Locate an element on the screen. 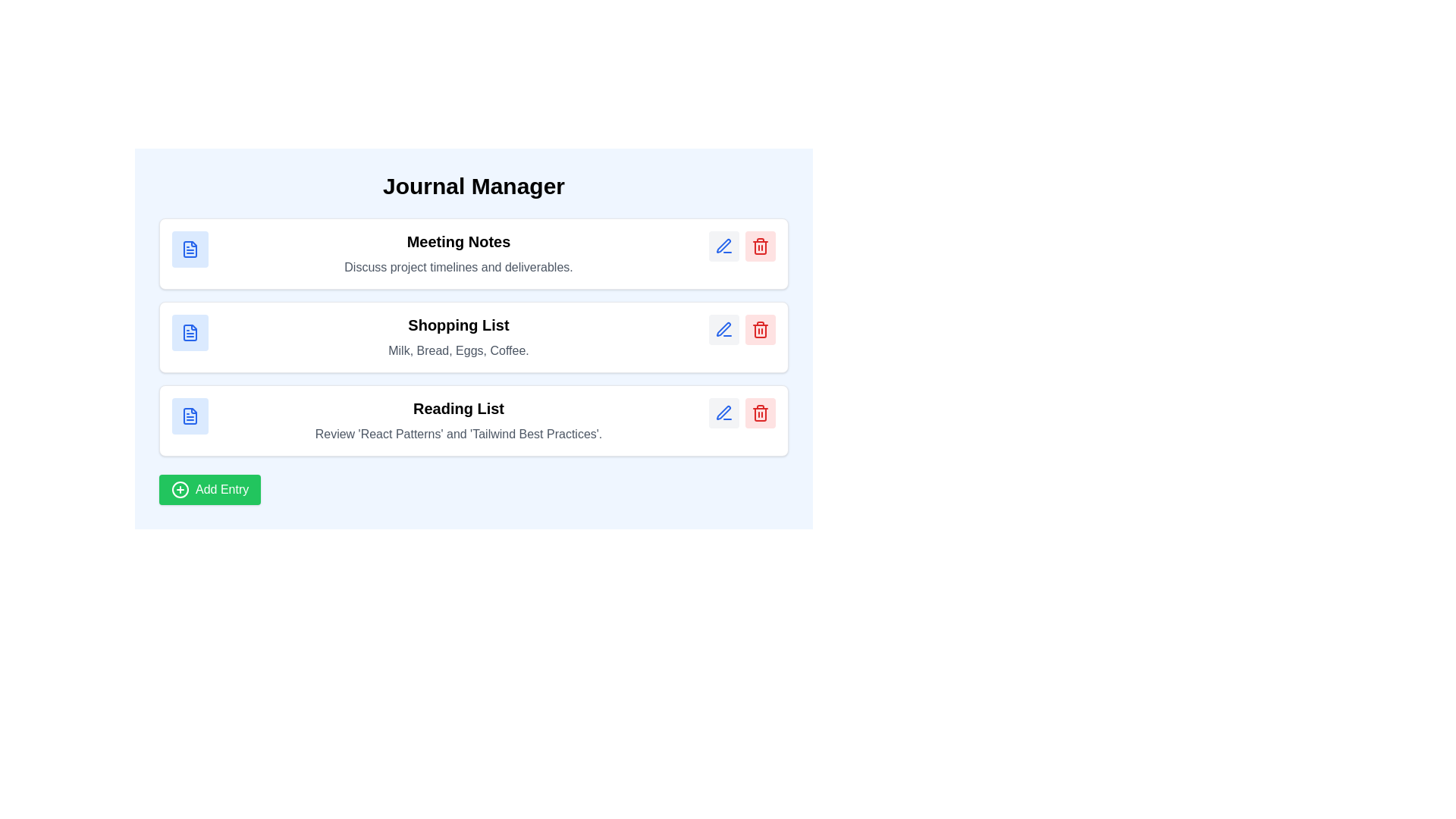 This screenshot has width=1456, height=819. the text block displaying the title and brief description of the first journal entry in the vertical list of cards, specifically the one titled 'Meeting Notes' is located at coordinates (457, 253).